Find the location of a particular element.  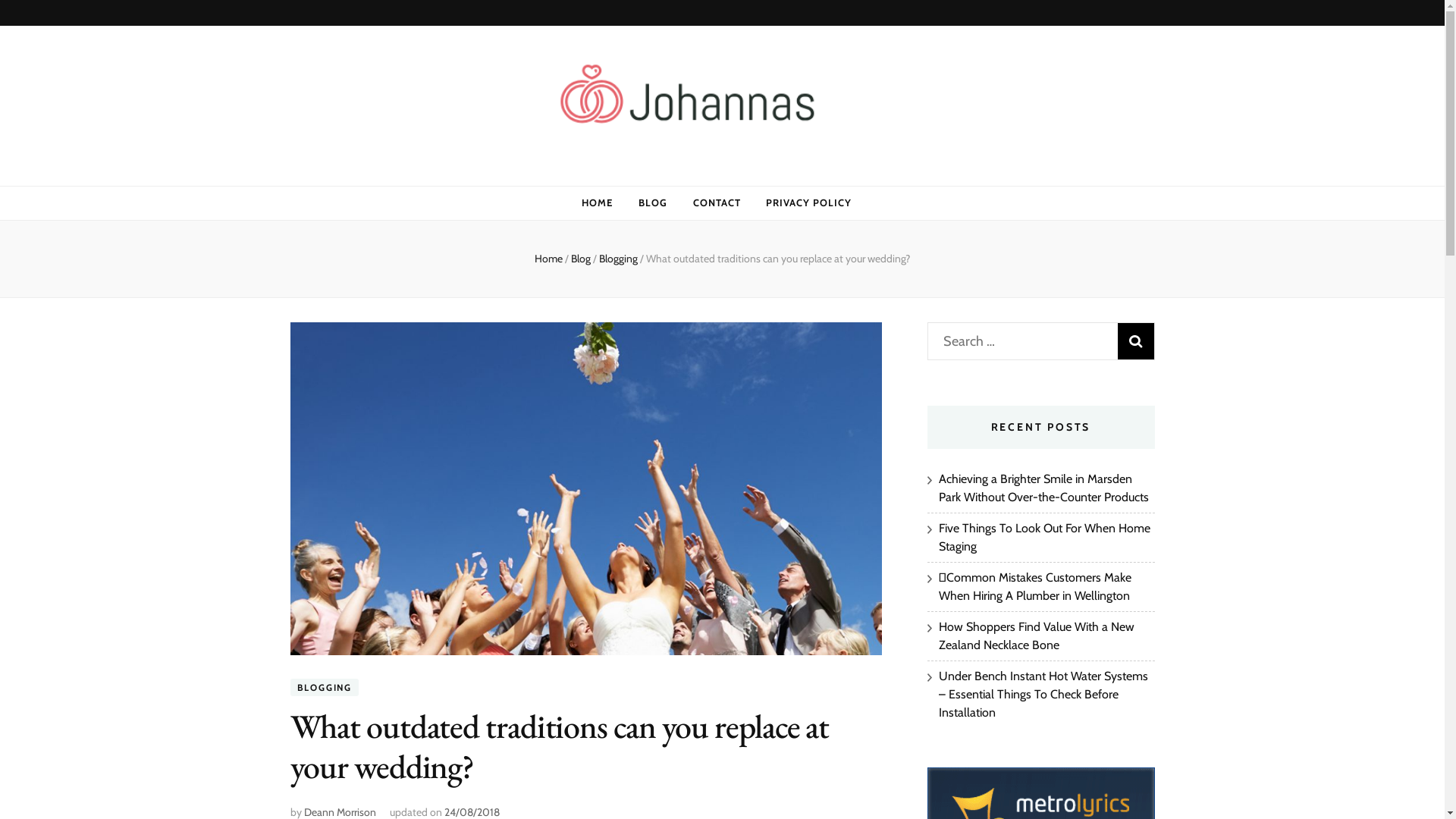

'Five Things To Look Out For When Home Staging' is located at coordinates (1043, 536).